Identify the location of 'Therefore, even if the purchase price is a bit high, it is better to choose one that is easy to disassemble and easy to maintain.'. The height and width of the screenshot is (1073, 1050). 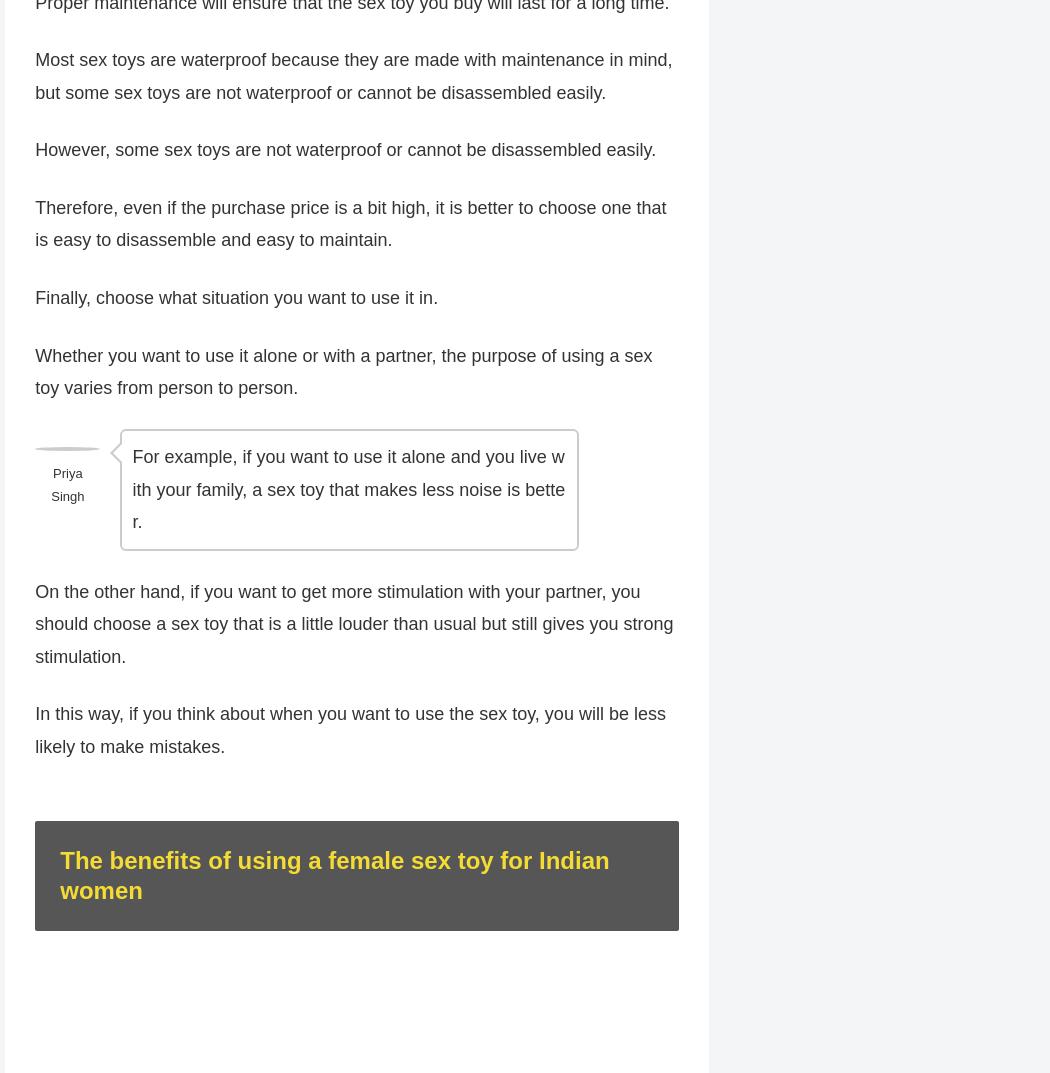
(349, 225).